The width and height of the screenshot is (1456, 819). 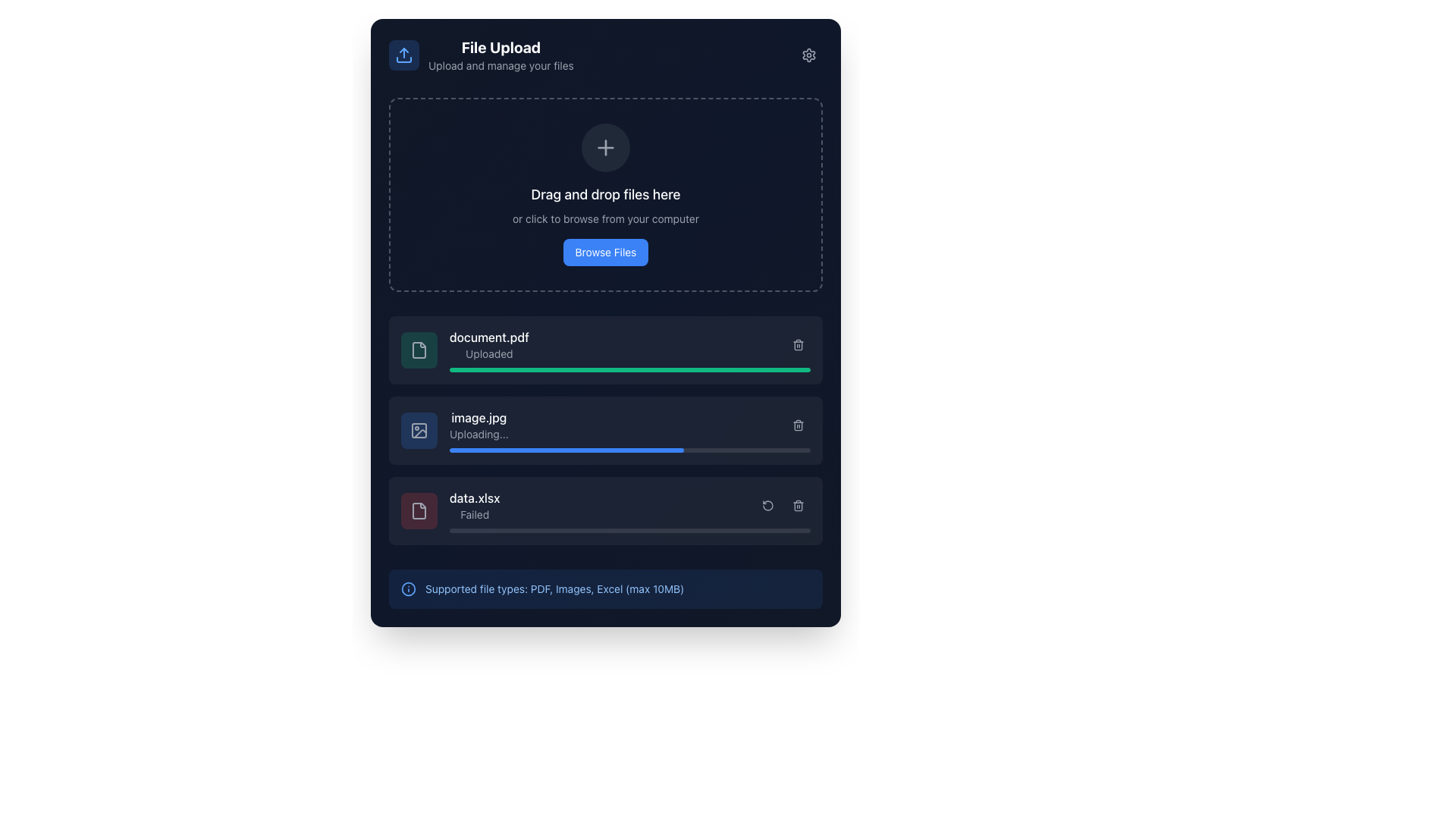 I want to click on static text label that instructs users to click and initiate the file selection process, located between the 'Drag and drop files here' text and the 'Browse Files' button, so click(x=604, y=219).